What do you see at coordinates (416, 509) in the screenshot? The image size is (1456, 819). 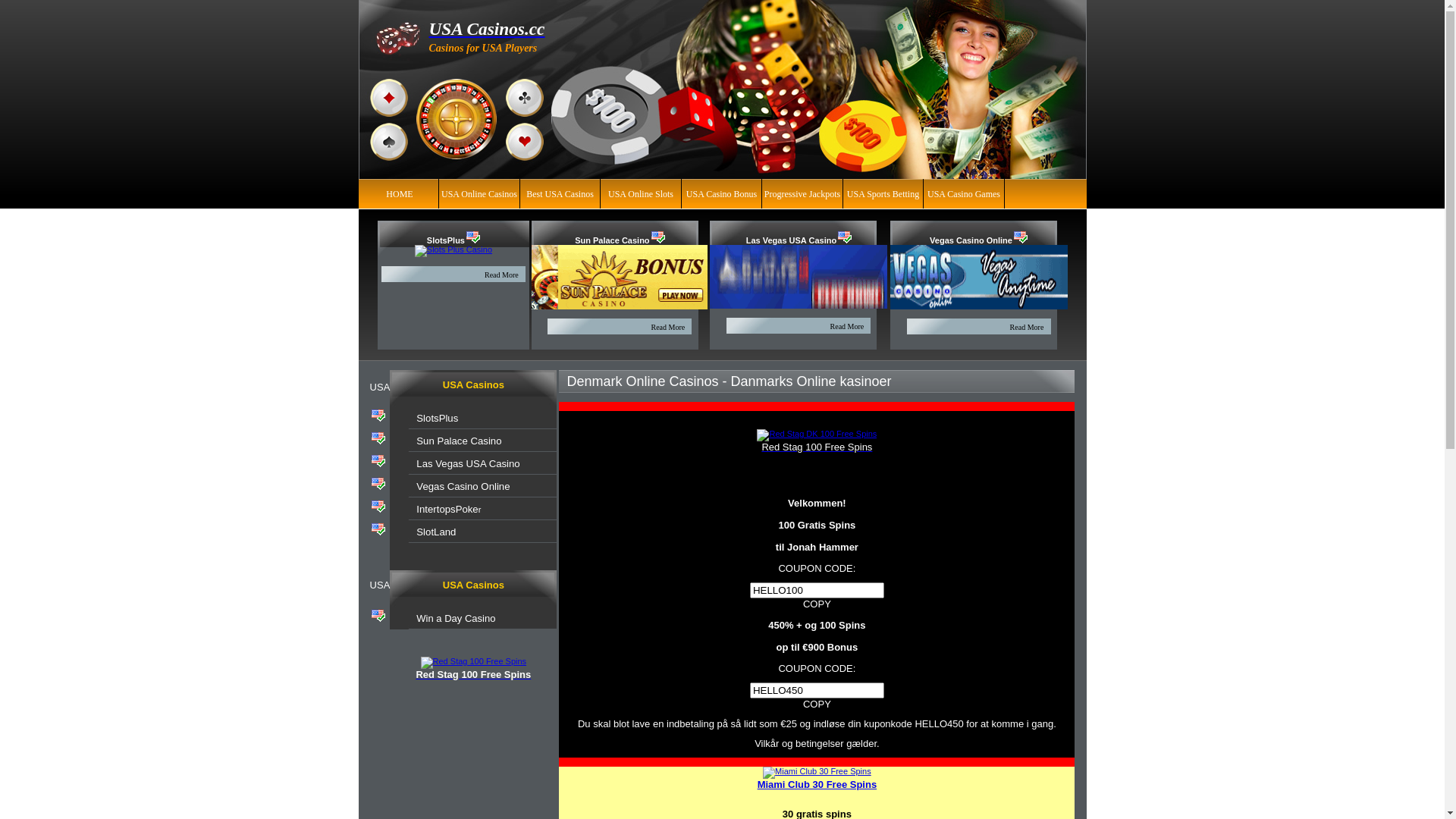 I see `'IntertopsPoker'` at bounding box center [416, 509].